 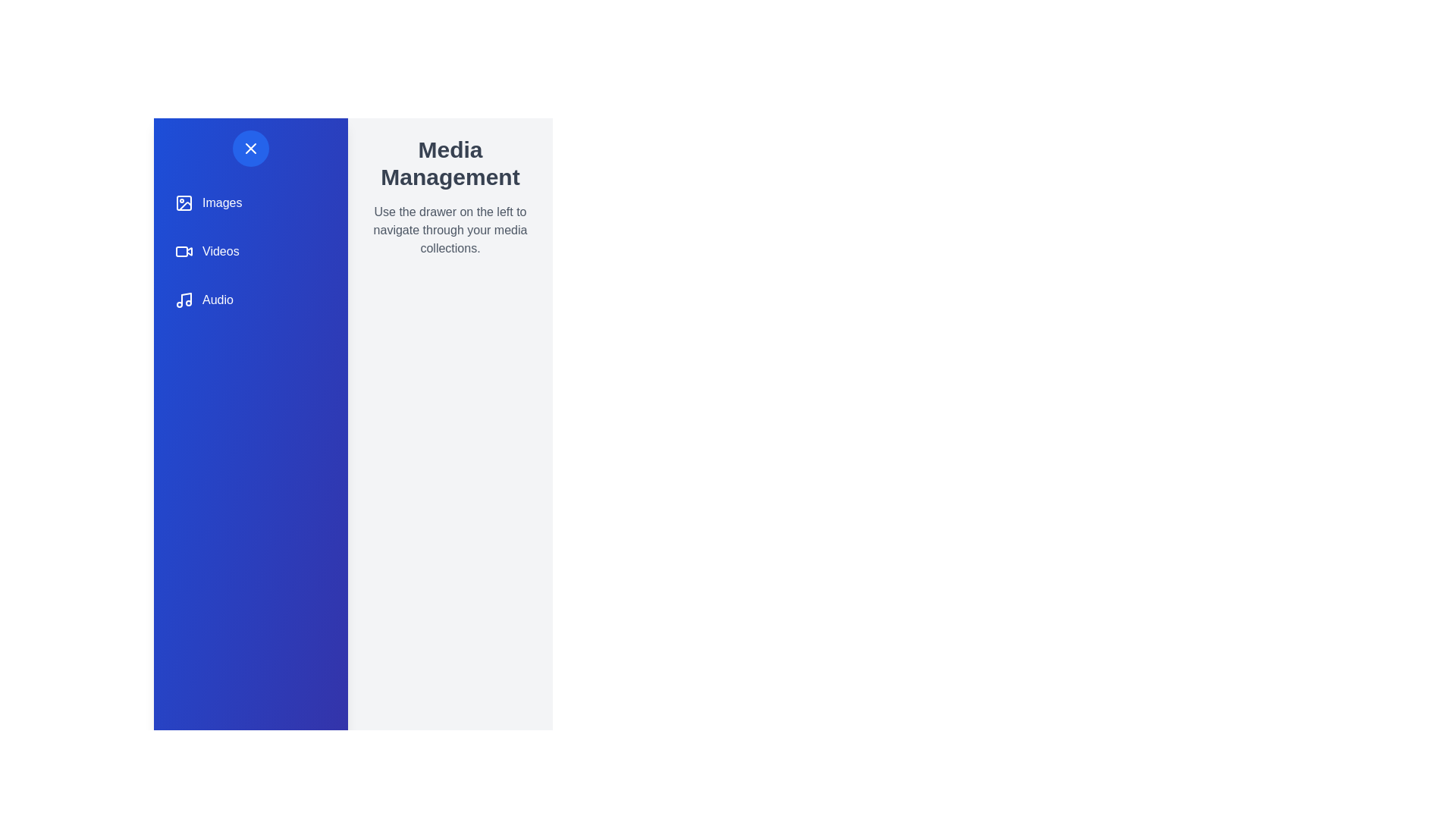 What do you see at coordinates (182, 250) in the screenshot?
I see `the blue rectangular graphic element with rounded corners located inside the 'Videos' icon in the left navigation menu` at bounding box center [182, 250].